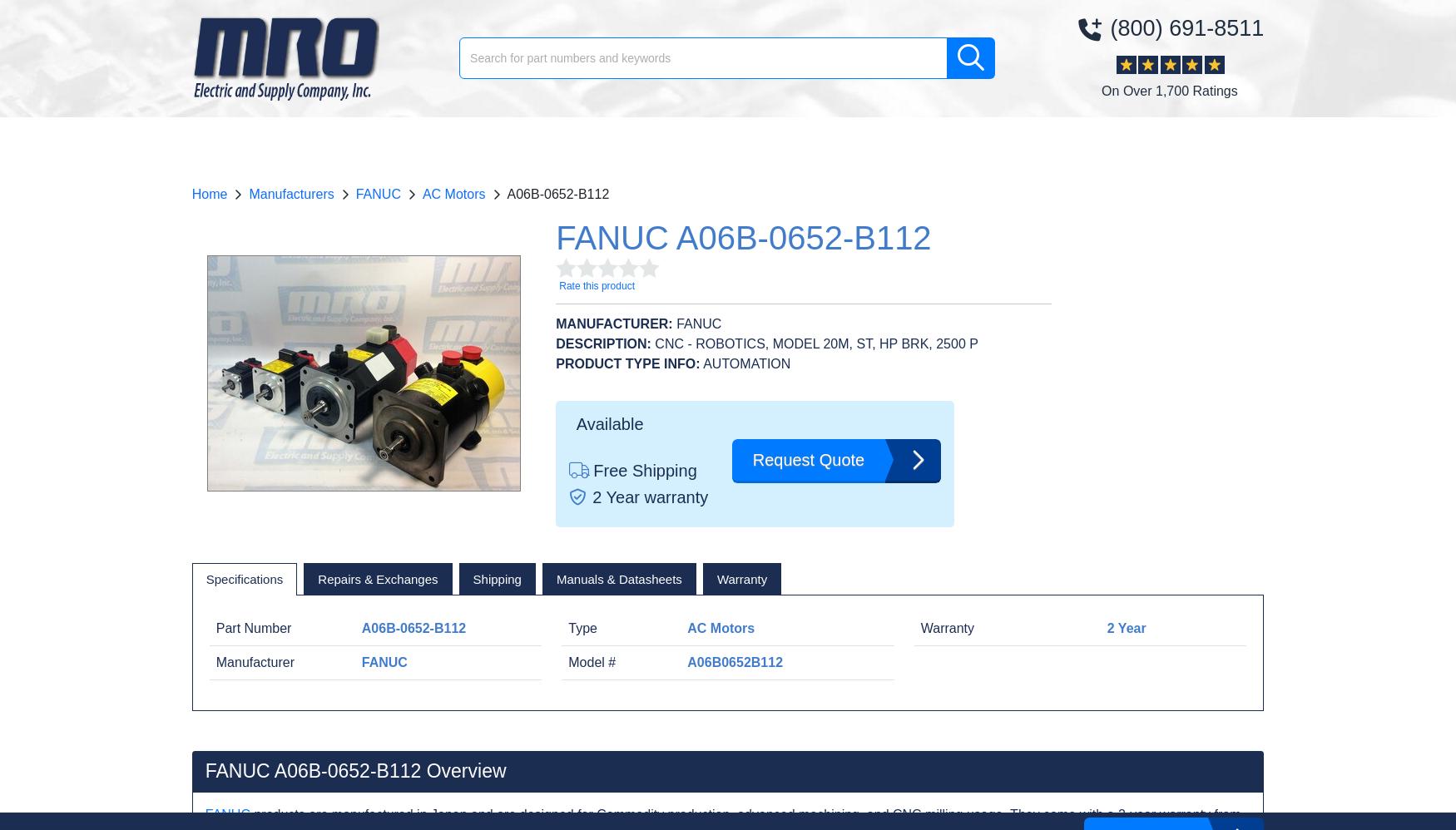  What do you see at coordinates (863, 790) in the screenshot?
I see `'A06B-0652-B005#7000'` at bounding box center [863, 790].